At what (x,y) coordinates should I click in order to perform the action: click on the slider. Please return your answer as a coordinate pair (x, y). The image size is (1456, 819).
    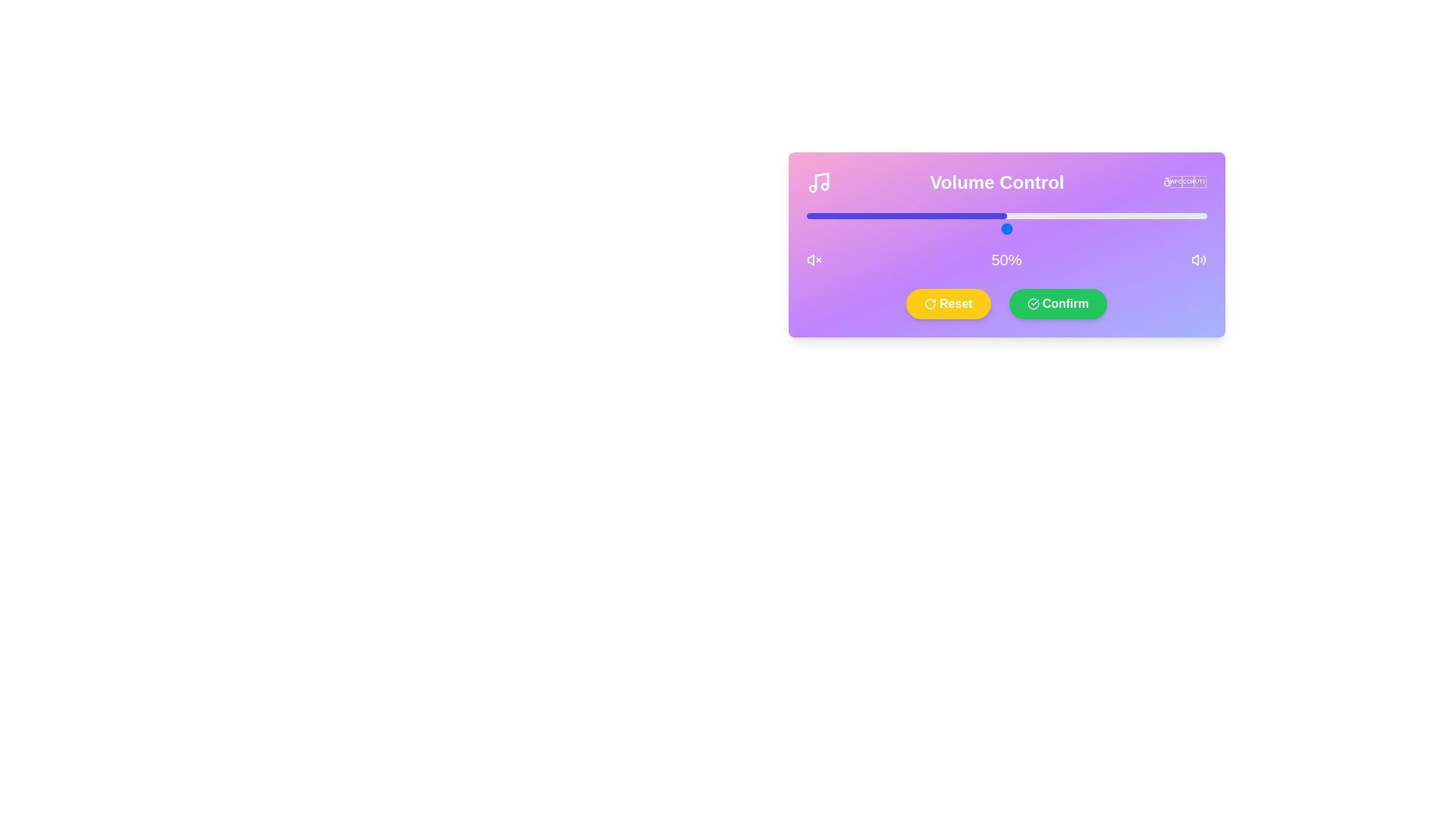
    Looking at the image, I should click on (882, 228).